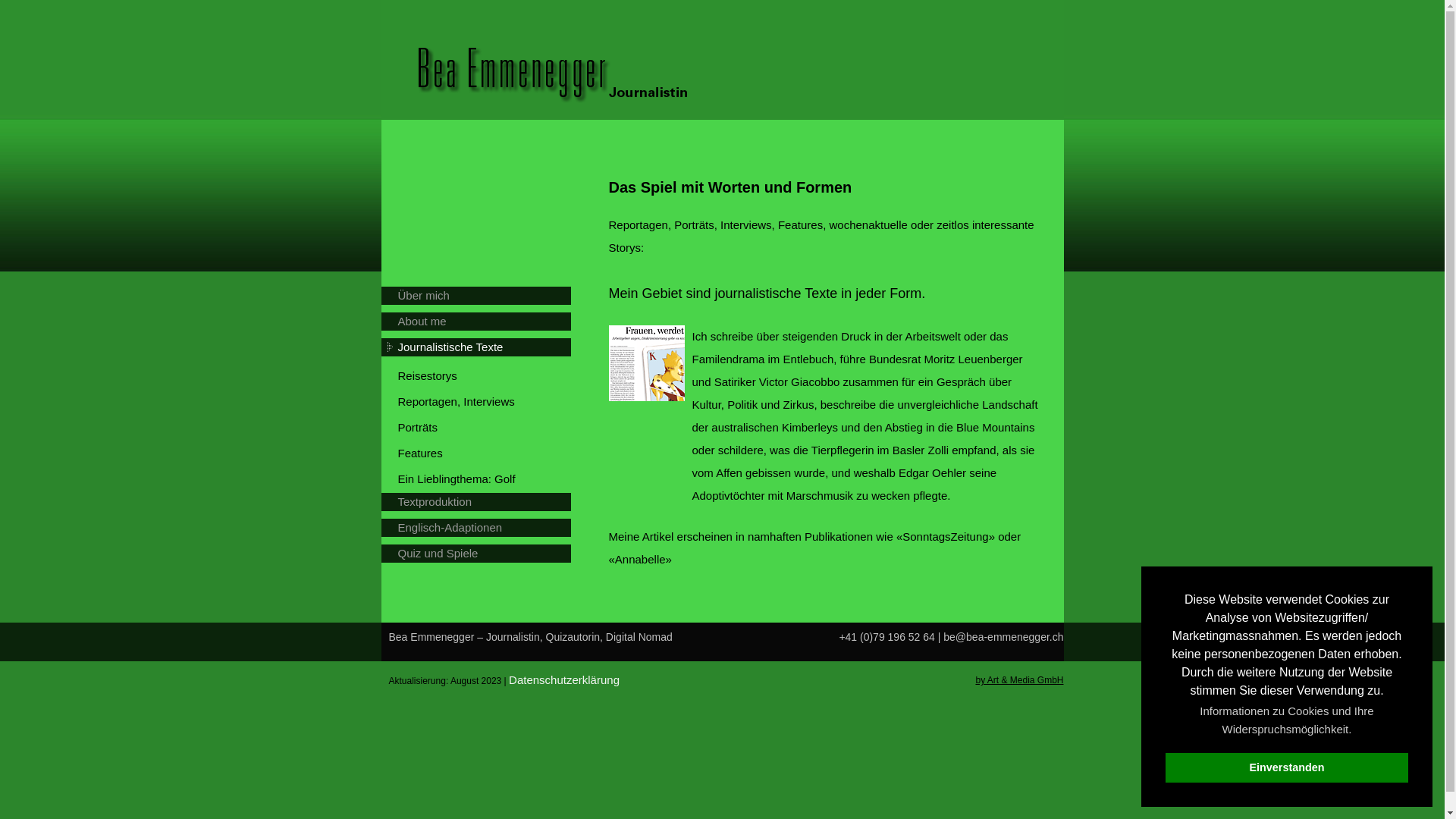 This screenshot has height=819, width=1456. Describe the element at coordinates (397, 553) in the screenshot. I see `'Quiz und Spiele'` at that location.